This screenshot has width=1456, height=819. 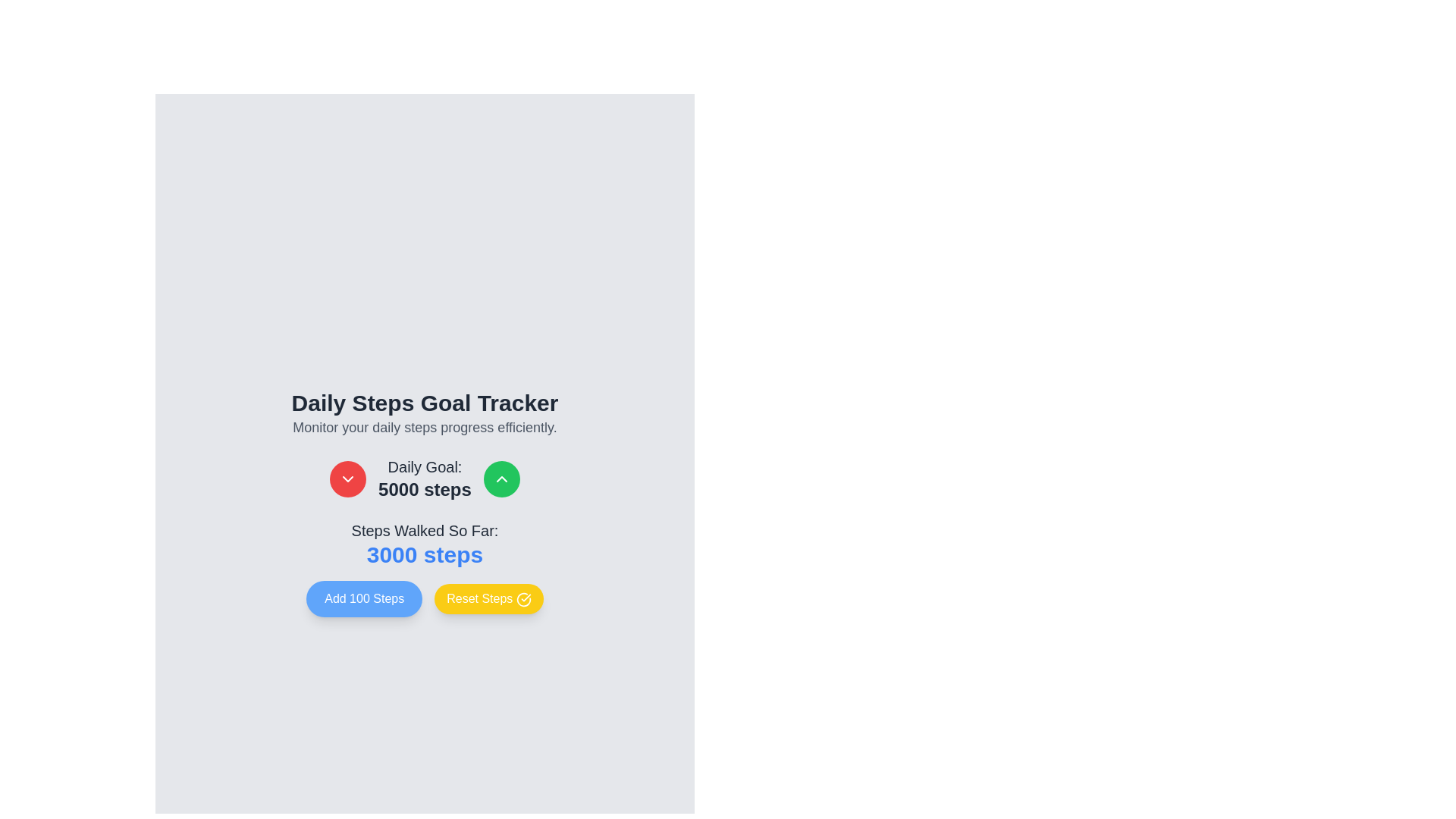 What do you see at coordinates (501, 479) in the screenshot?
I see `the button located to the right of the 'Daily Goal: 5000 steps' label to increase the daily goal value` at bounding box center [501, 479].